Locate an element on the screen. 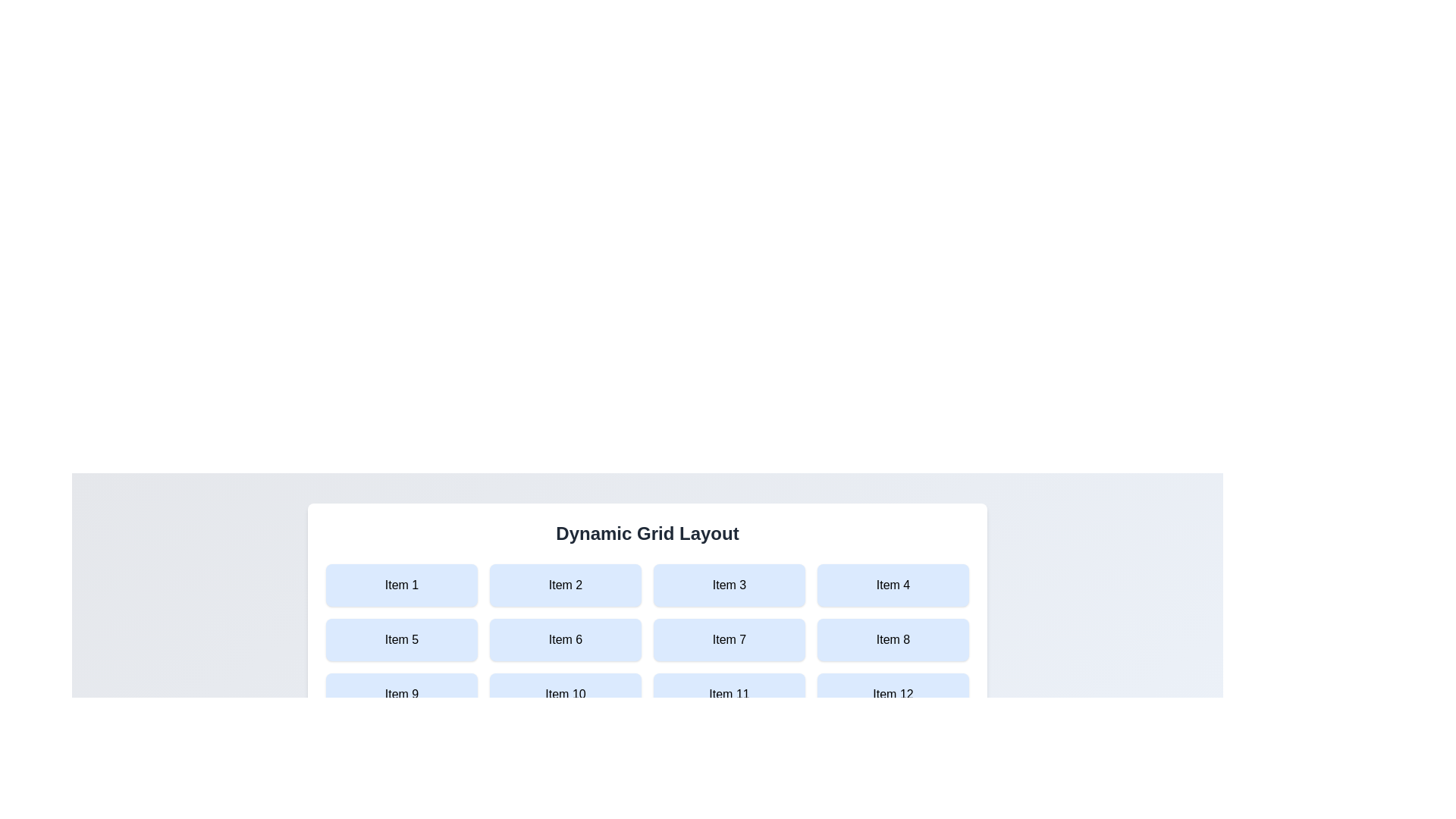 The image size is (1456, 819). the button labeled 'Item 12', which is a rectangular button with rounded corners and a light blue background, located in the last column of the third row in a four-by-four grid layout is located at coordinates (893, 694).